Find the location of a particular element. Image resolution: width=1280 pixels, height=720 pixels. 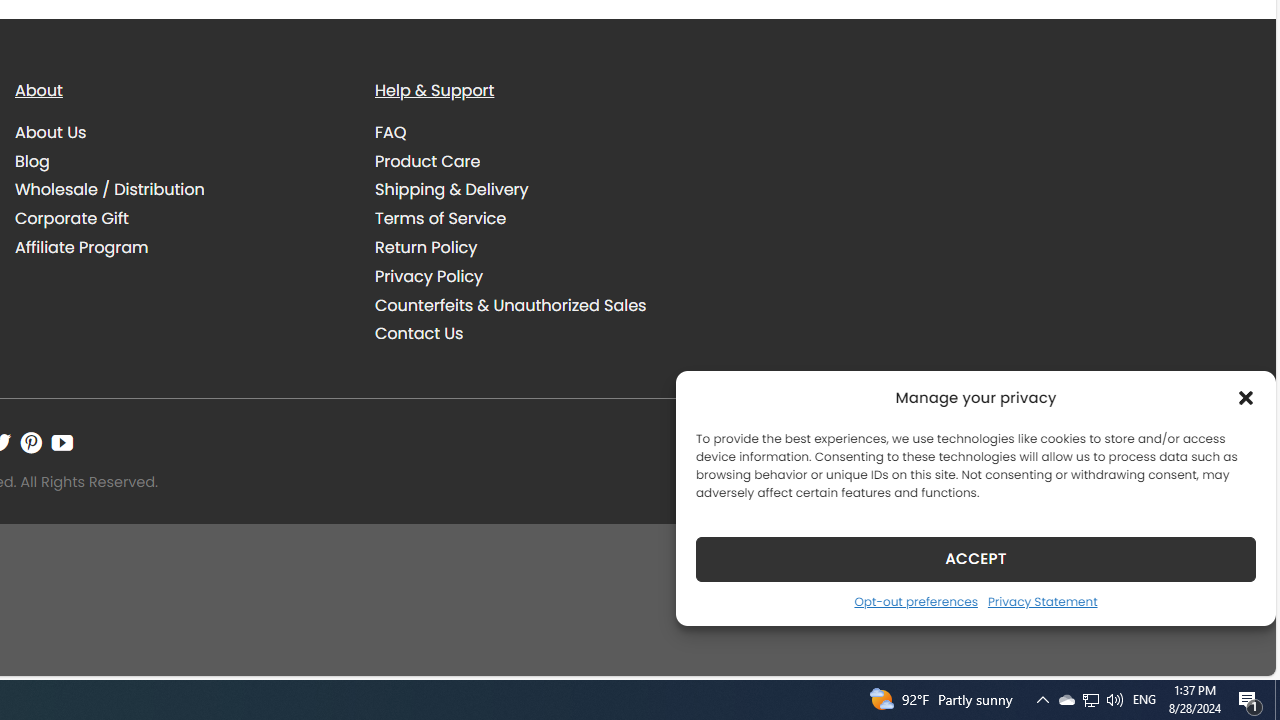

'Return Policy' is located at coordinates (425, 247).